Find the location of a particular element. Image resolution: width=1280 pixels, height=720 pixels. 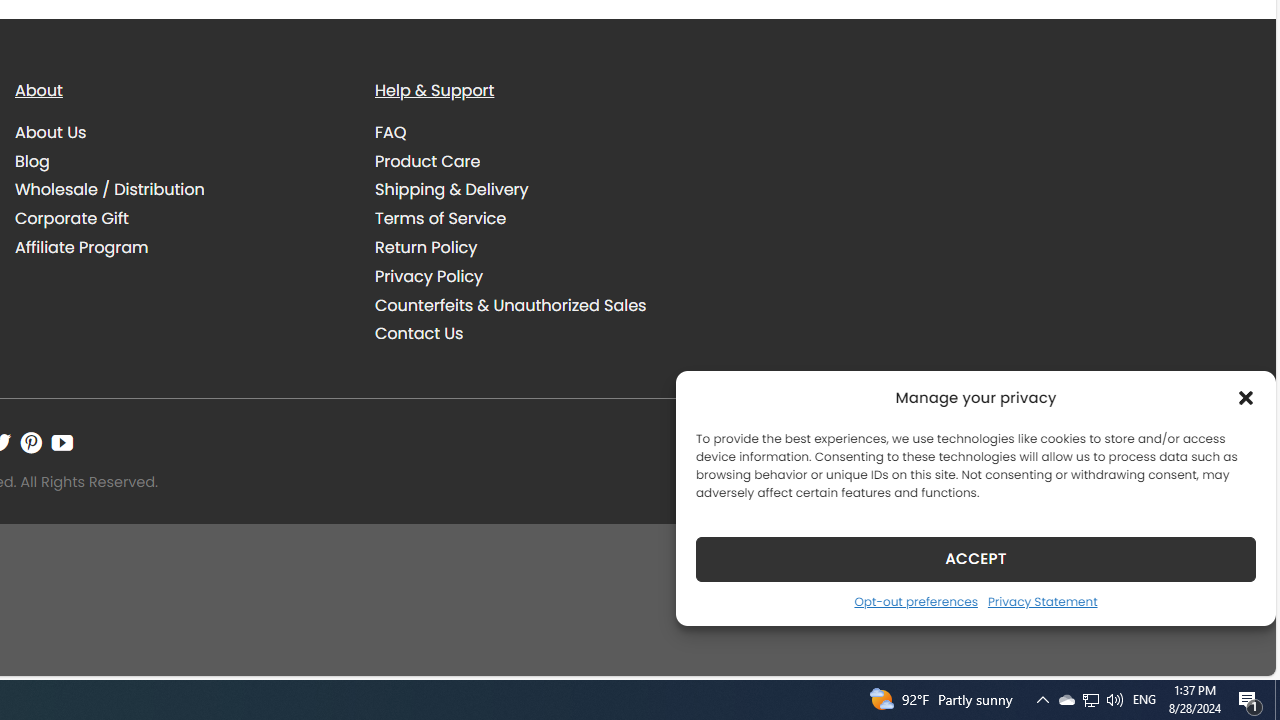

'Return Policy' is located at coordinates (425, 247).